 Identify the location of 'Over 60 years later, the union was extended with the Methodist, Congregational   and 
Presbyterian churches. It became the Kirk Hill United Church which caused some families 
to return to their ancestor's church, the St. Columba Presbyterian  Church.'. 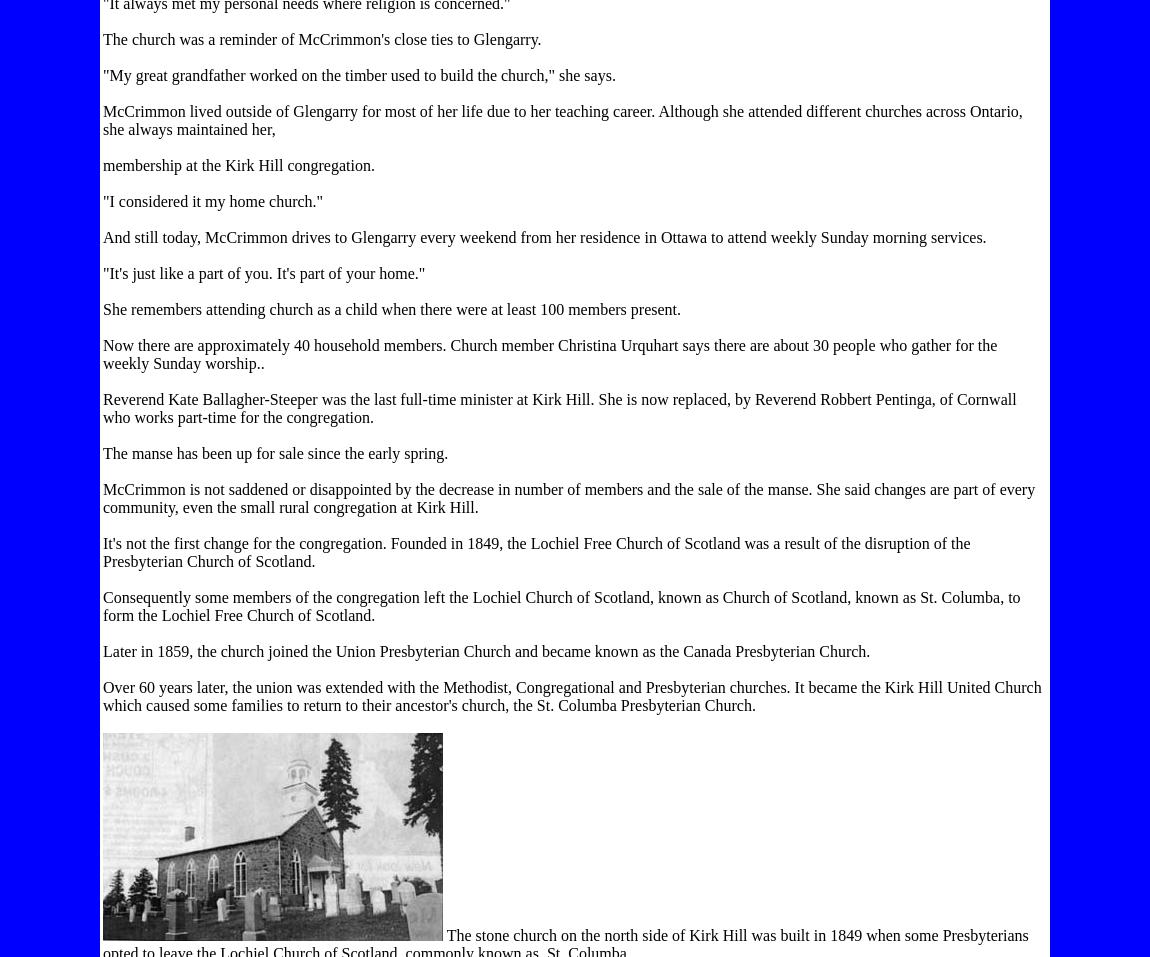
(102, 696).